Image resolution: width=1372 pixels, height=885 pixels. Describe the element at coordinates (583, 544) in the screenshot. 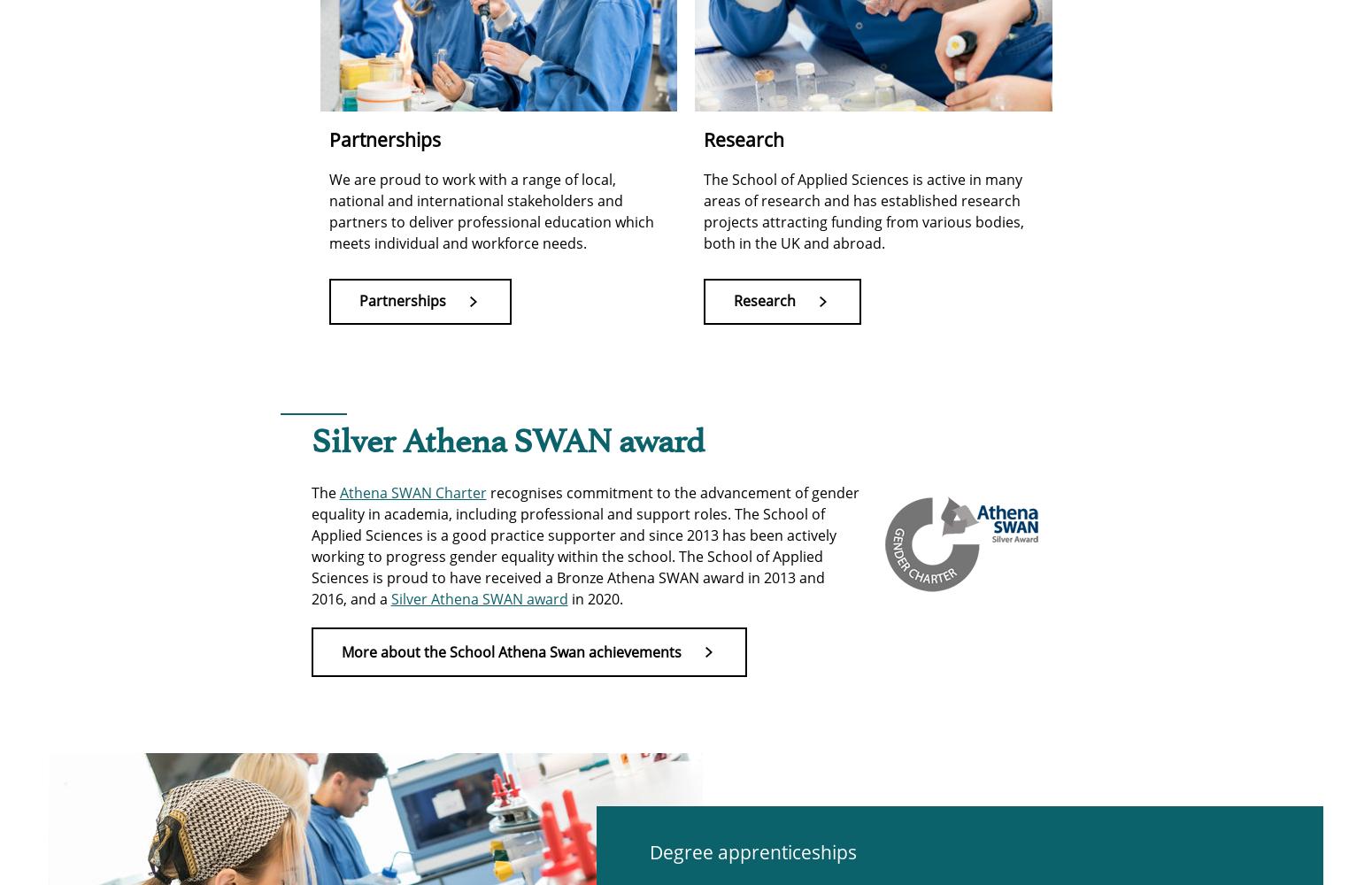

I see `'recognises commitment to the advancement of gender equality in academia, including professional and support roles. The School of Applied Sciences is a good practice supporter and since 2013 has been actively working to progress gender equality within the school. The School of Applied Sciences is proud to have received a Bronze Athena SWAN award in 2013 and 2016, and a'` at that location.